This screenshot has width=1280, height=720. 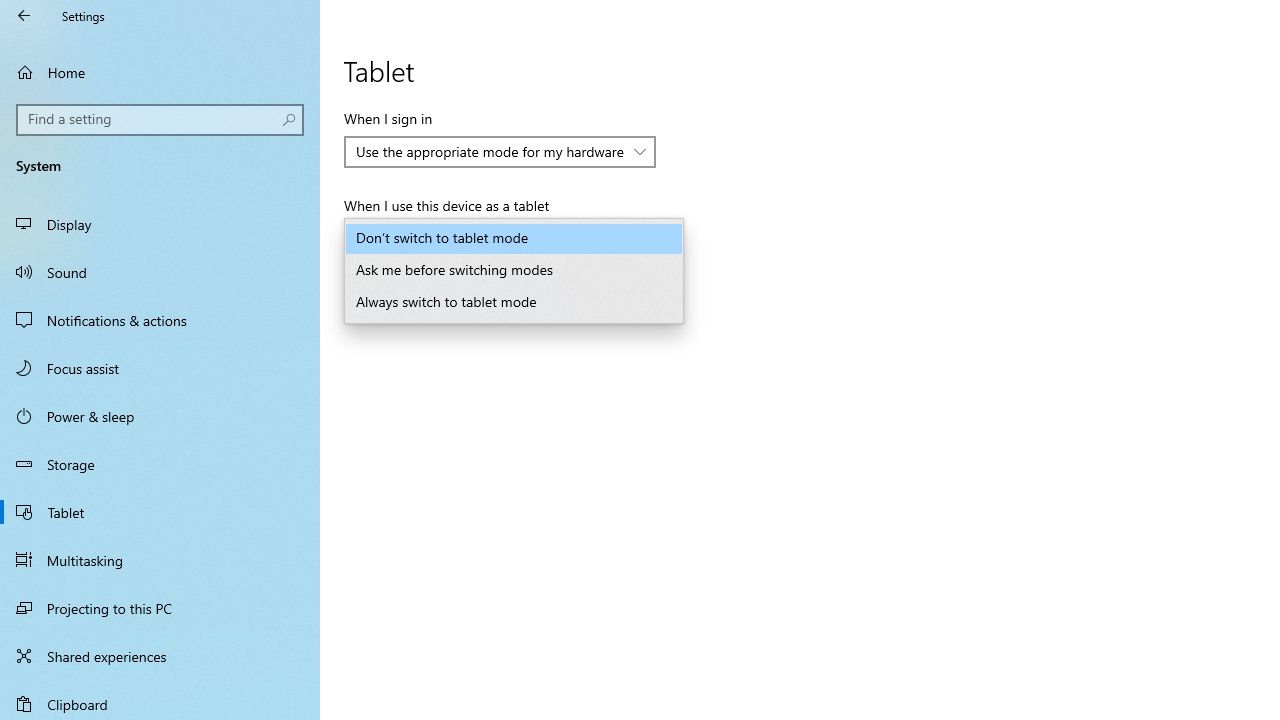 What do you see at coordinates (514, 271) in the screenshot?
I see `'Ask me before switching modes'` at bounding box center [514, 271].